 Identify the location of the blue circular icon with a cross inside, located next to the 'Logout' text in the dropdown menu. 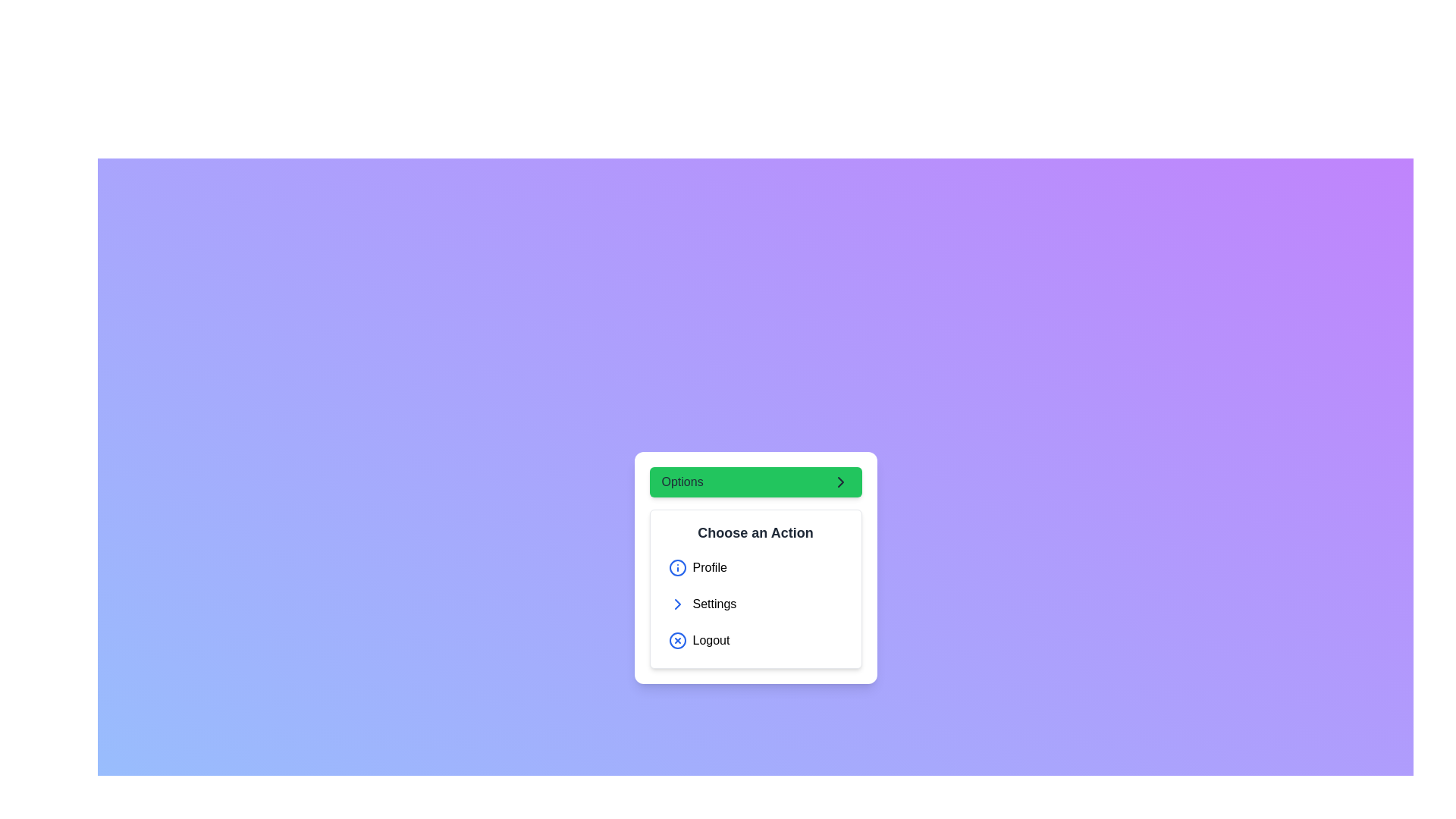
(676, 640).